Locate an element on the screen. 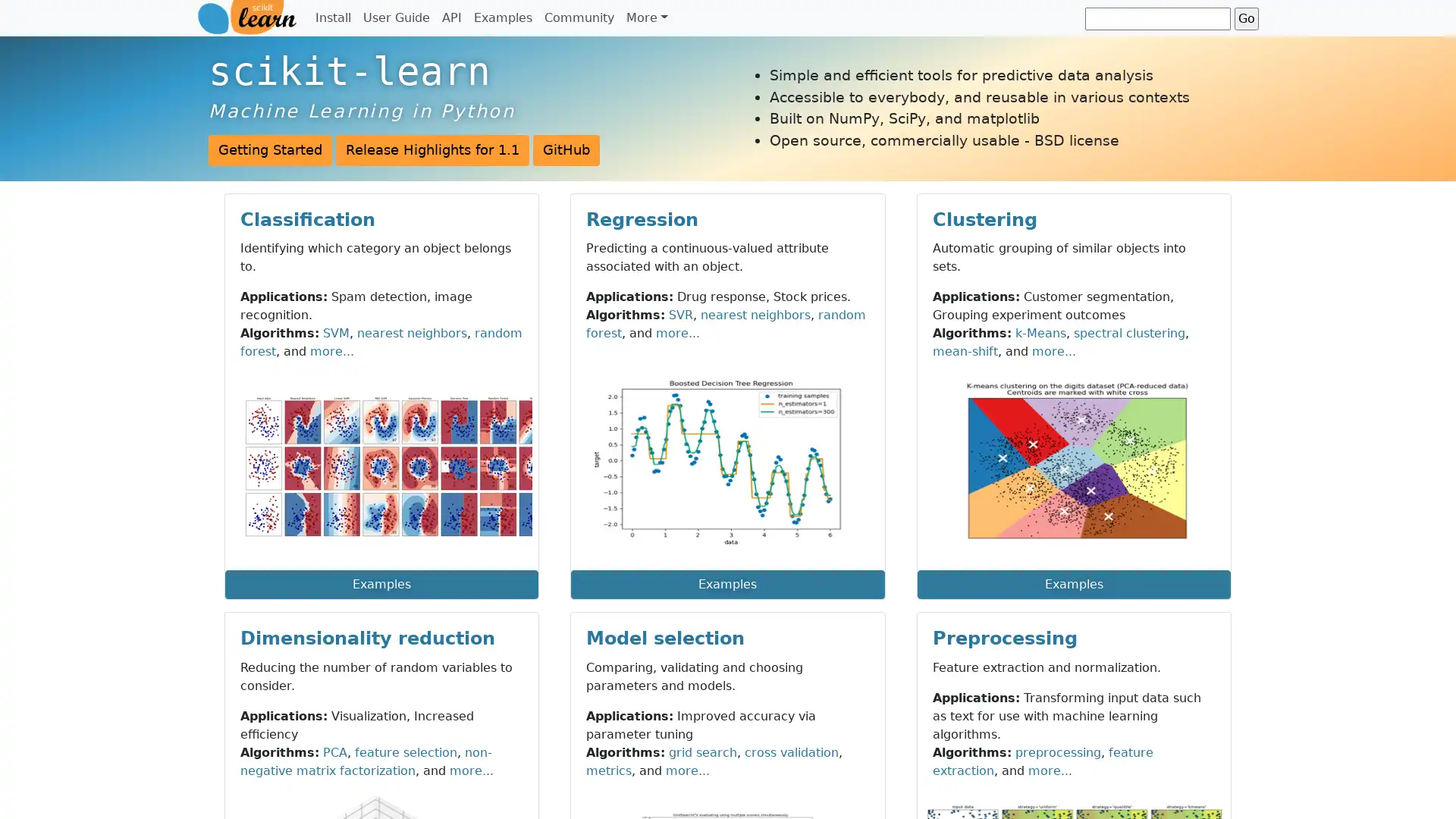 The height and width of the screenshot is (819, 1456). Release Highlights for 1.1 is located at coordinates (431, 149).